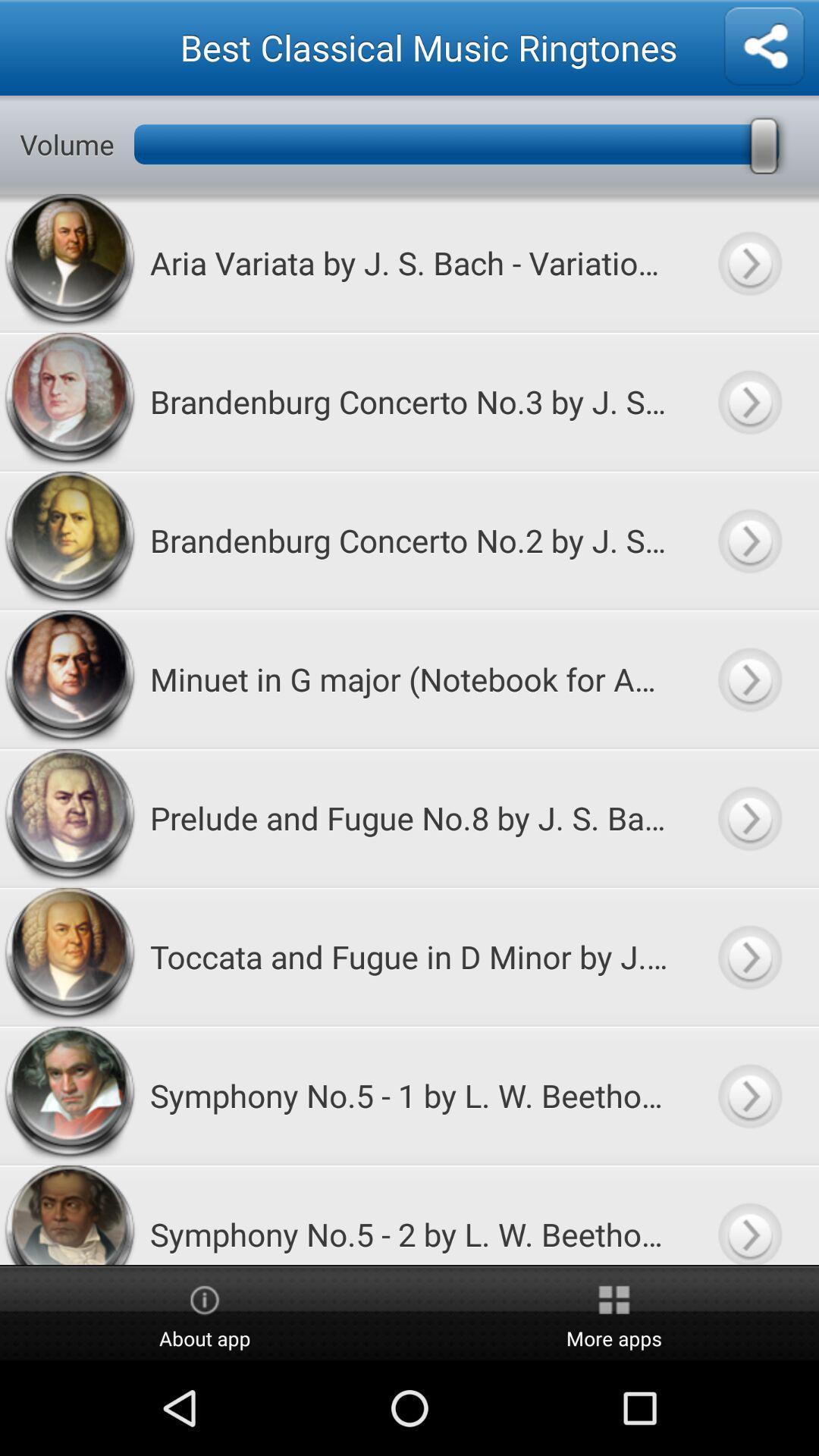 This screenshot has height=1456, width=819. What do you see at coordinates (748, 1095) in the screenshot?
I see `listen to song` at bounding box center [748, 1095].